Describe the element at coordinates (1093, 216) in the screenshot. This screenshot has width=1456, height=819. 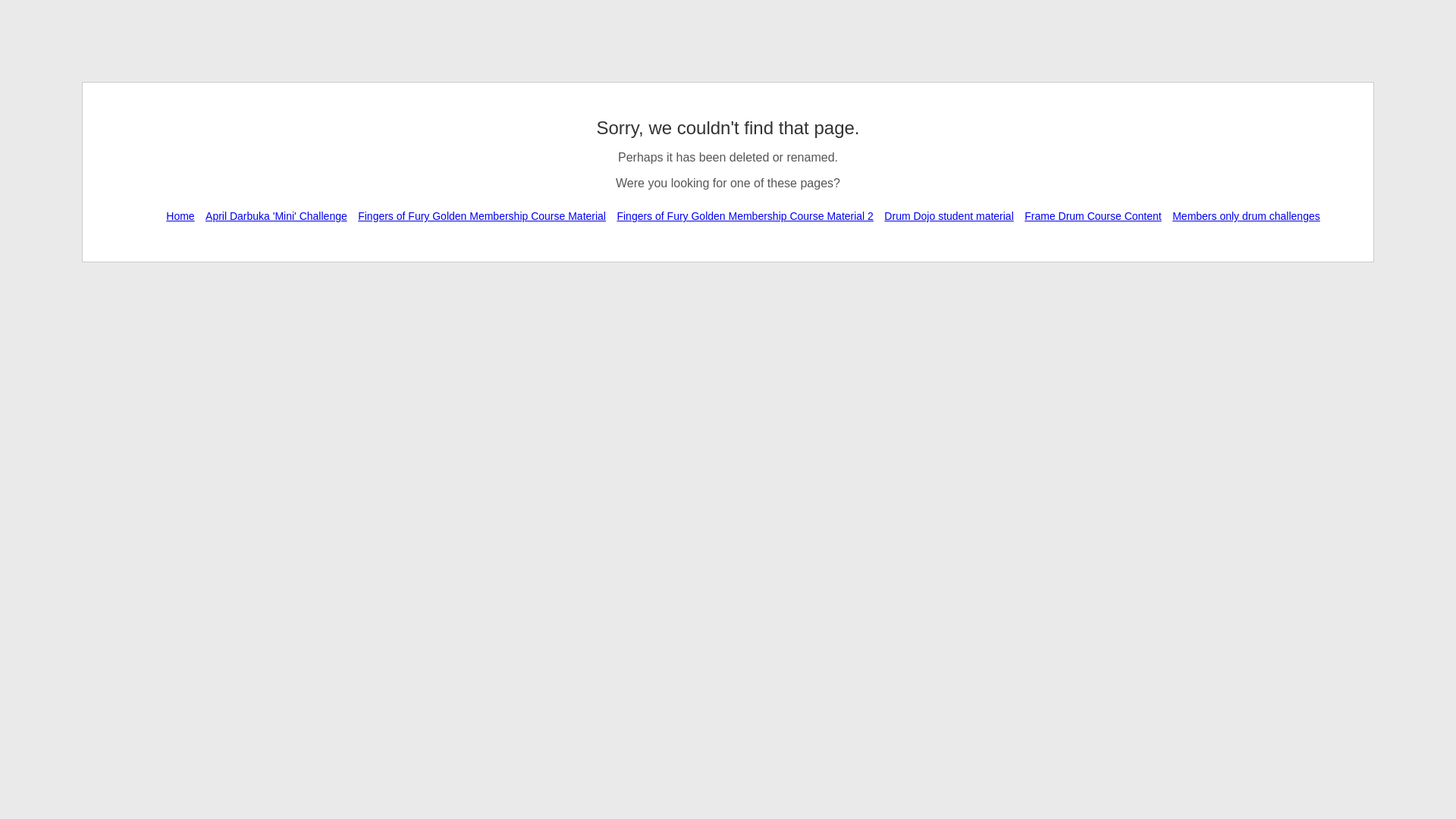
I see `'Frame Drum Course Content'` at that location.